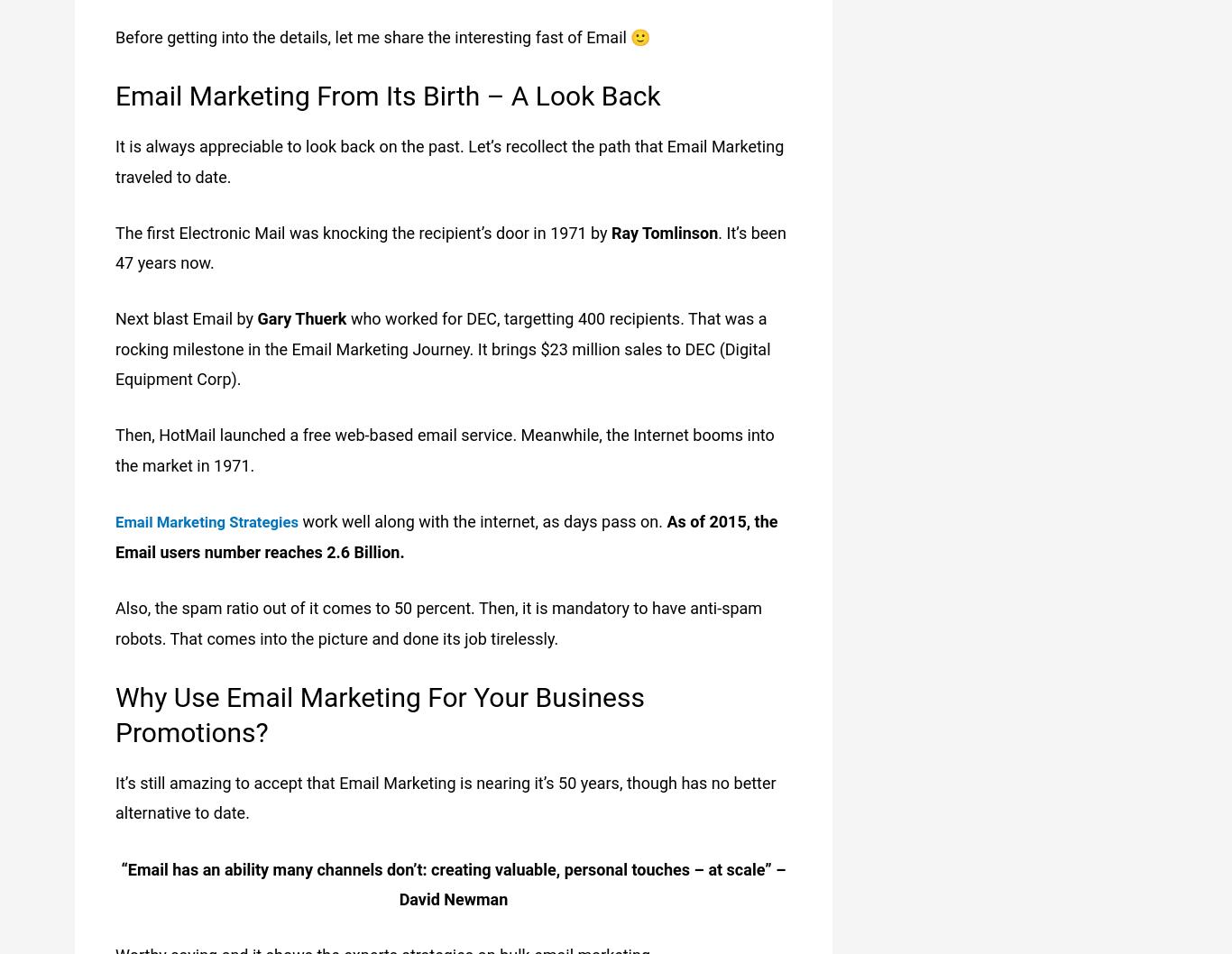  Describe the element at coordinates (497, 520) in the screenshot. I see `'work well along with the internet, as days pass on.'` at that location.